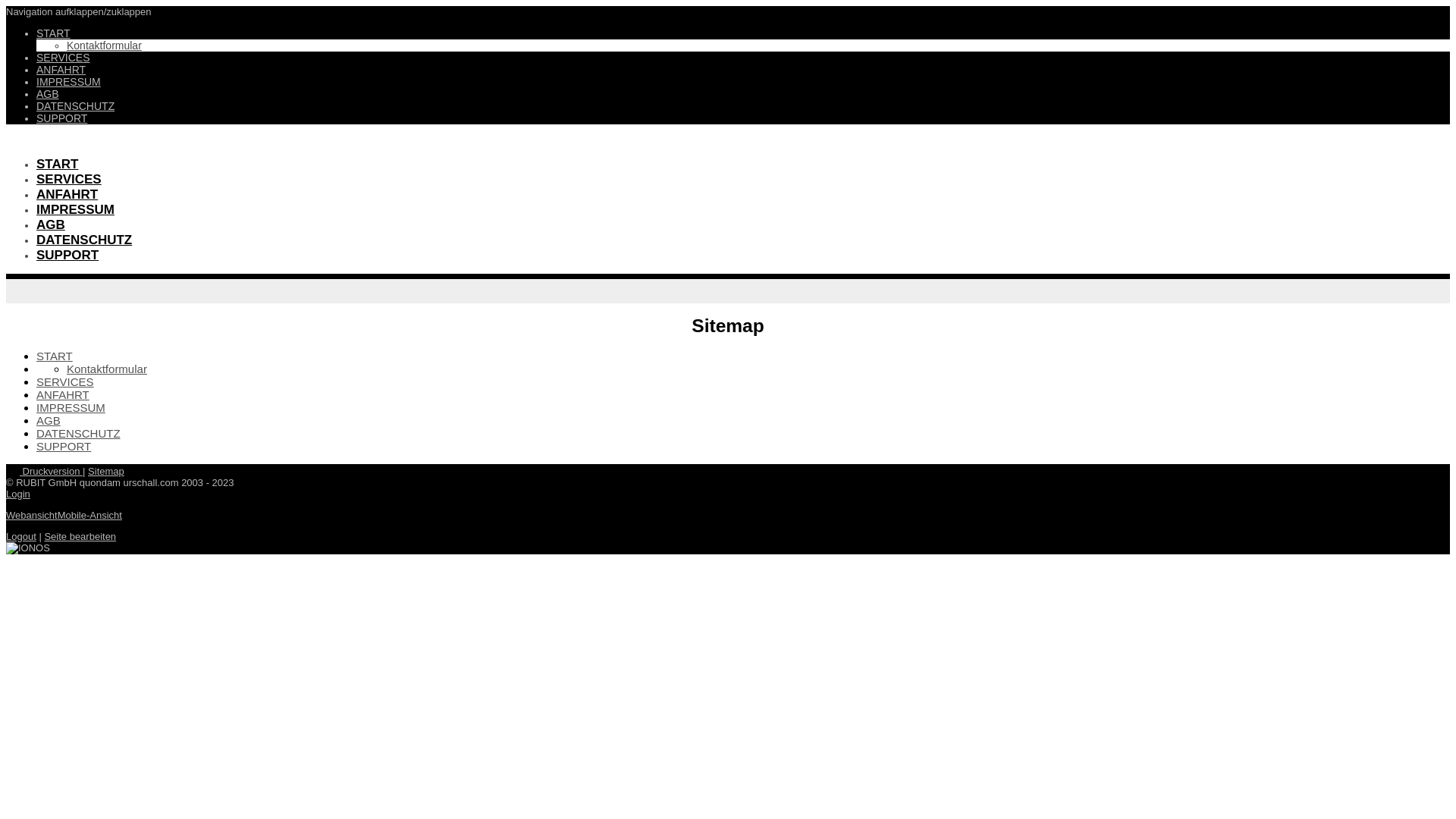 The height and width of the screenshot is (819, 1456). I want to click on 'SUPPORT', so click(67, 254).